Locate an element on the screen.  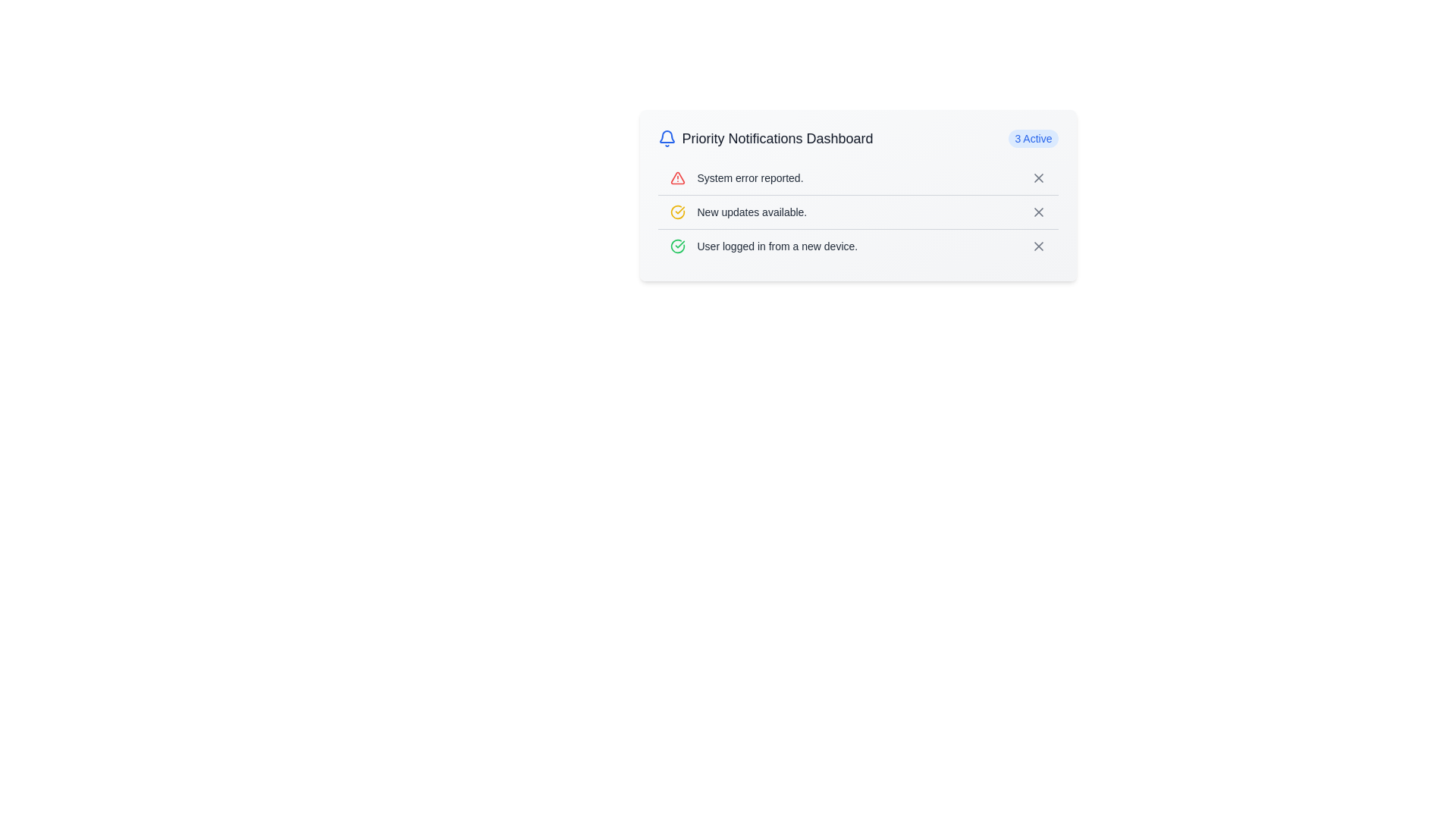
the small 'X' icon button located on the far right of the third notification row in the Priority Notifications Dashboard is located at coordinates (1037, 245).